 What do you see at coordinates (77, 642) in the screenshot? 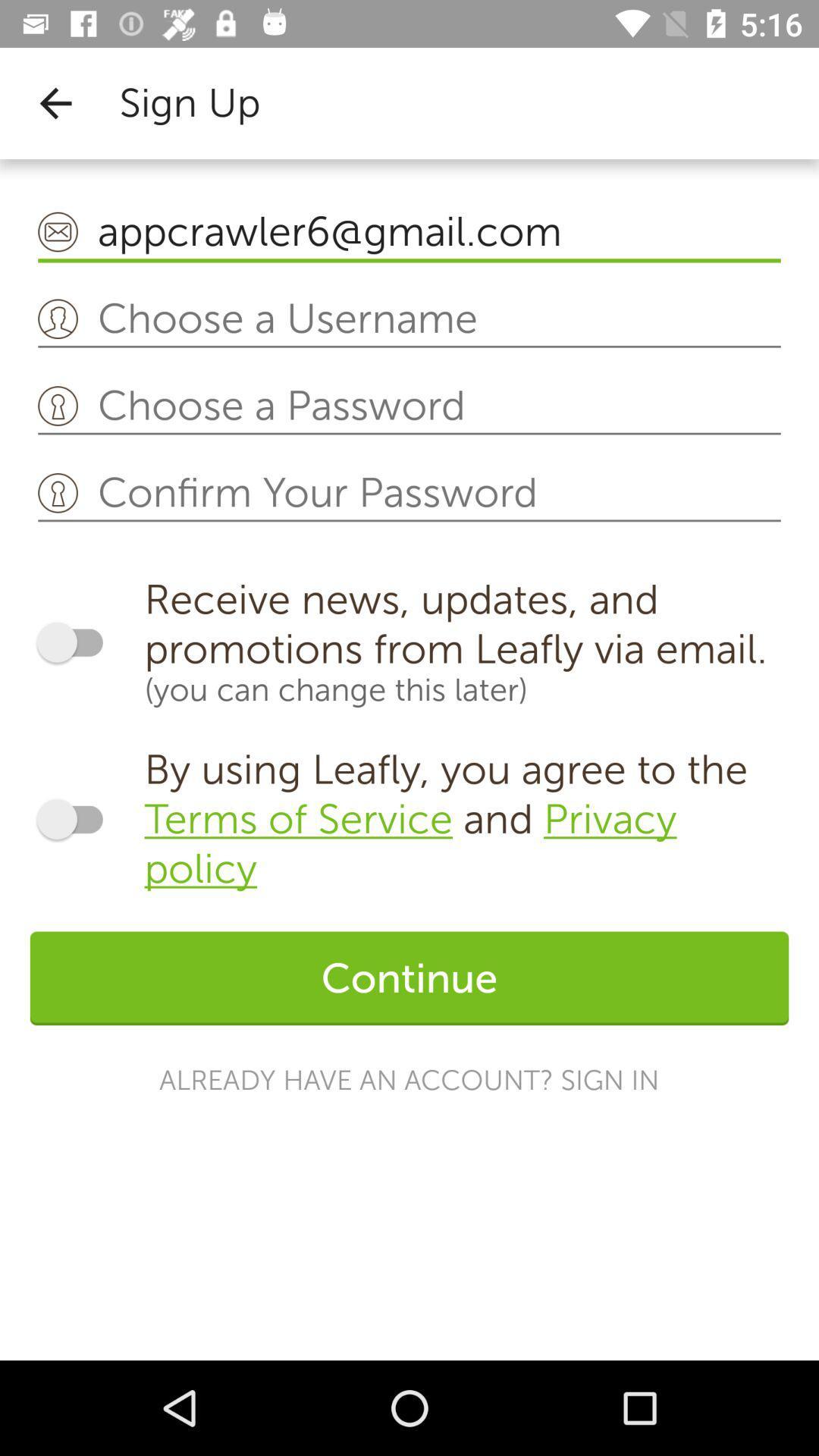
I see `button to receive news updates and promotions` at bounding box center [77, 642].